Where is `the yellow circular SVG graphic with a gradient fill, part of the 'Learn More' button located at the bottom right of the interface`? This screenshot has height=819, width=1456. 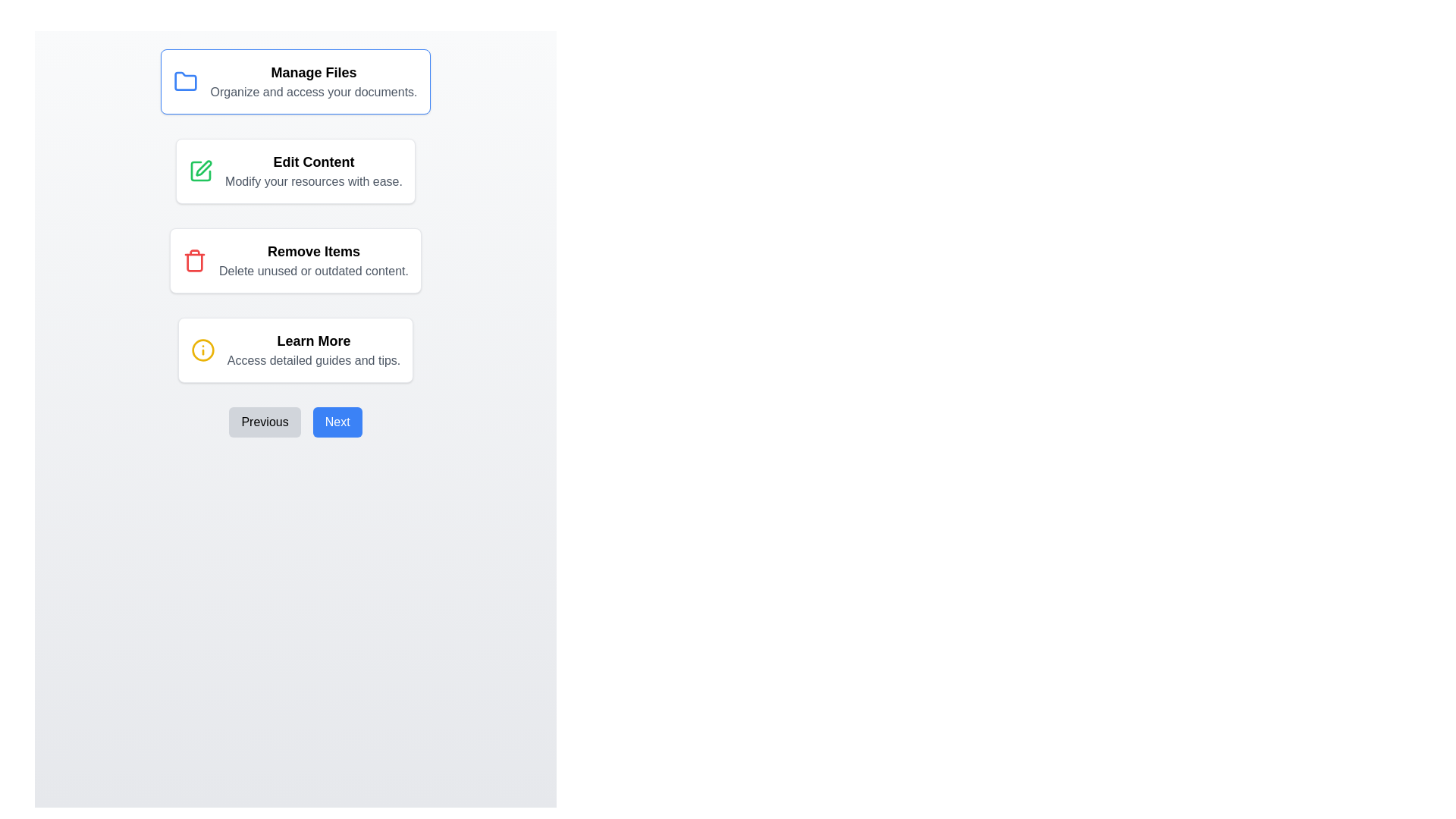
the yellow circular SVG graphic with a gradient fill, part of the 'Learn More' button located at the bottom right of the interface is located at coordinates (202, 350).